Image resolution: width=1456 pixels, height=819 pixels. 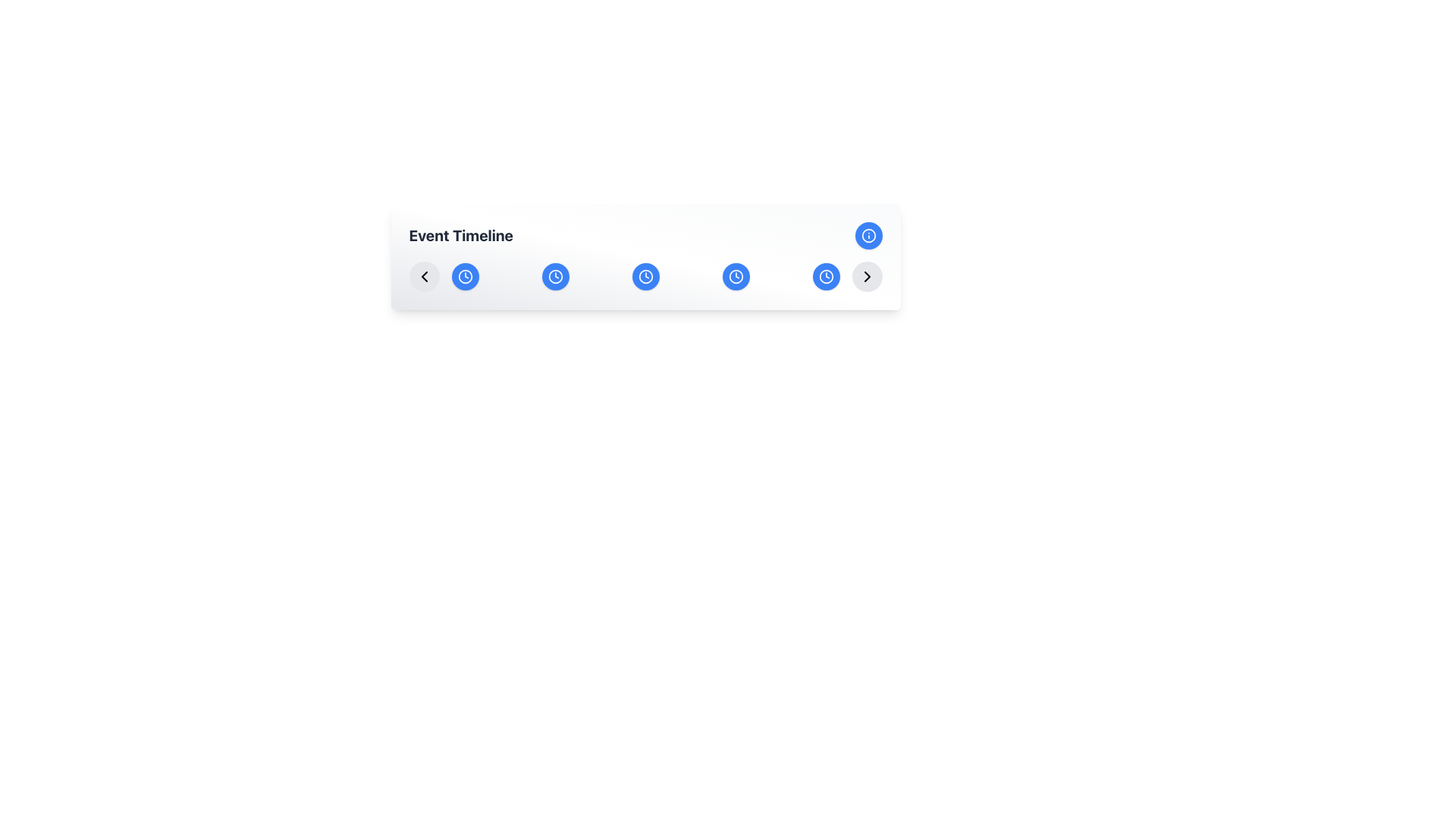 I want to click on the Icon button located at the rightmost position of the horizontal navigation bar, so click(x=867, y=277).